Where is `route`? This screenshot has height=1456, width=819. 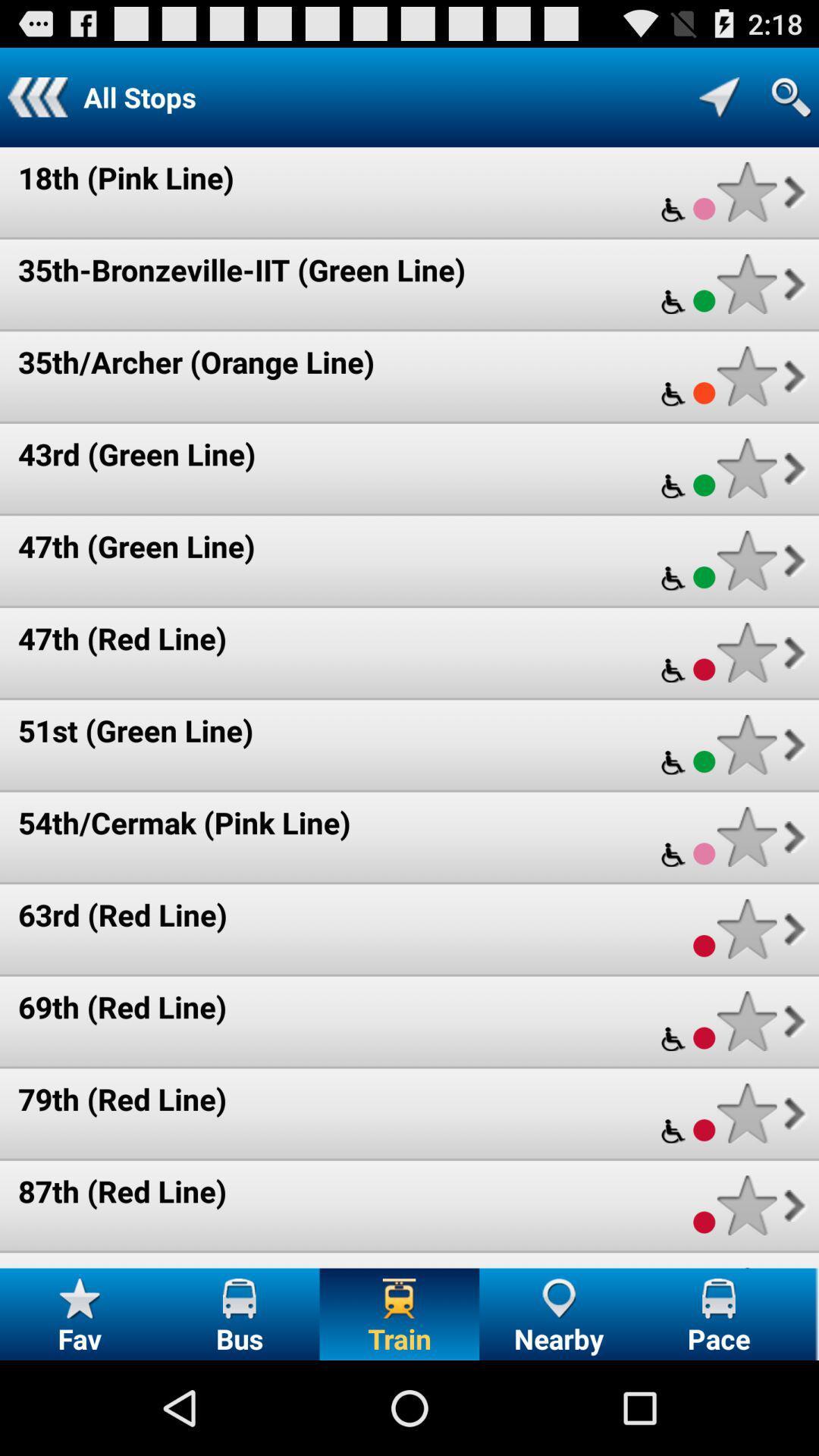 route is located at coordinates (746, 652).